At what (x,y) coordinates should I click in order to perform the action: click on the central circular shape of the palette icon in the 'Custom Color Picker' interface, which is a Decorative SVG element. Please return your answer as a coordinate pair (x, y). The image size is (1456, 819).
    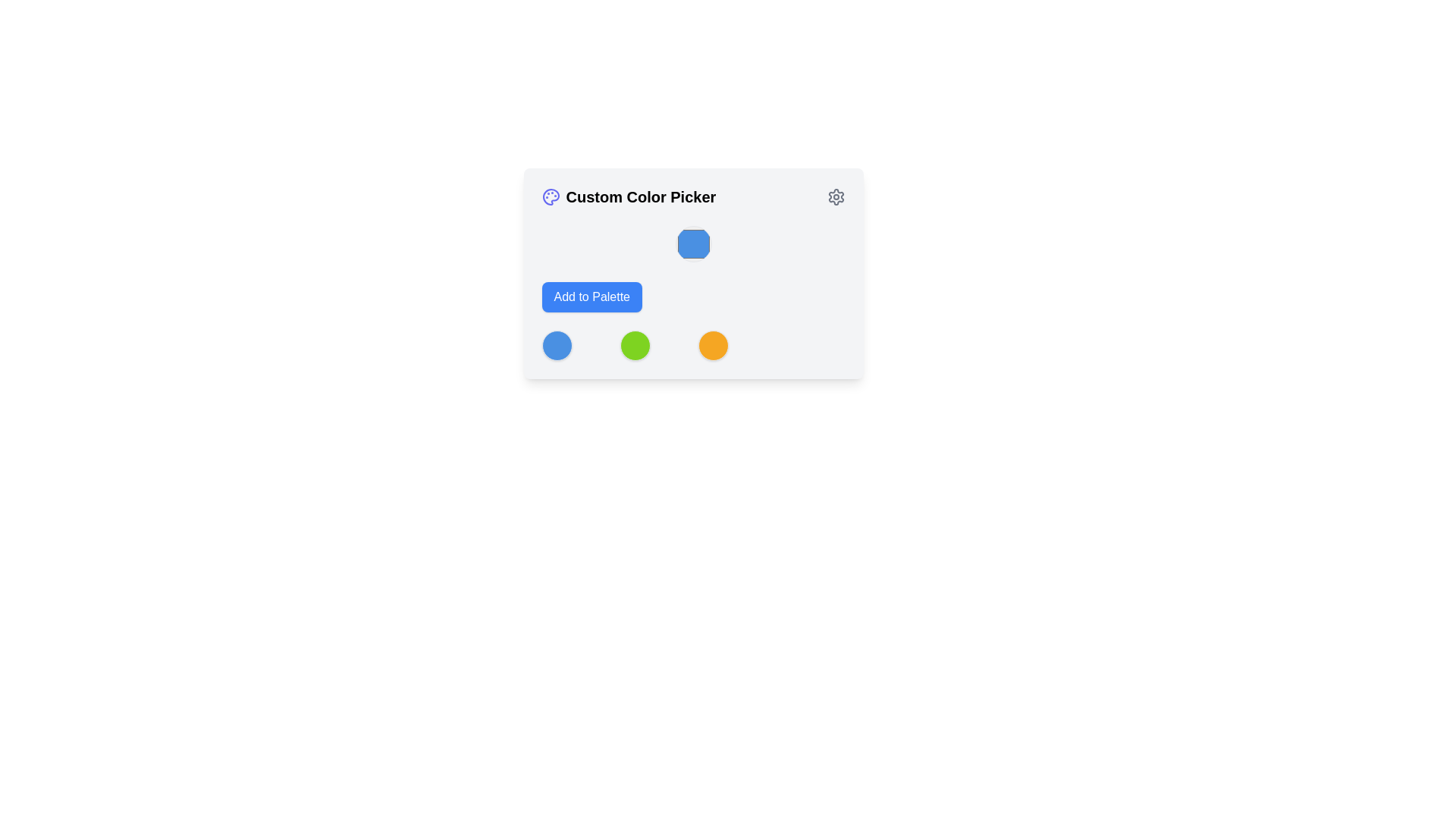
    Looking at the image, I should click on (550, 196).